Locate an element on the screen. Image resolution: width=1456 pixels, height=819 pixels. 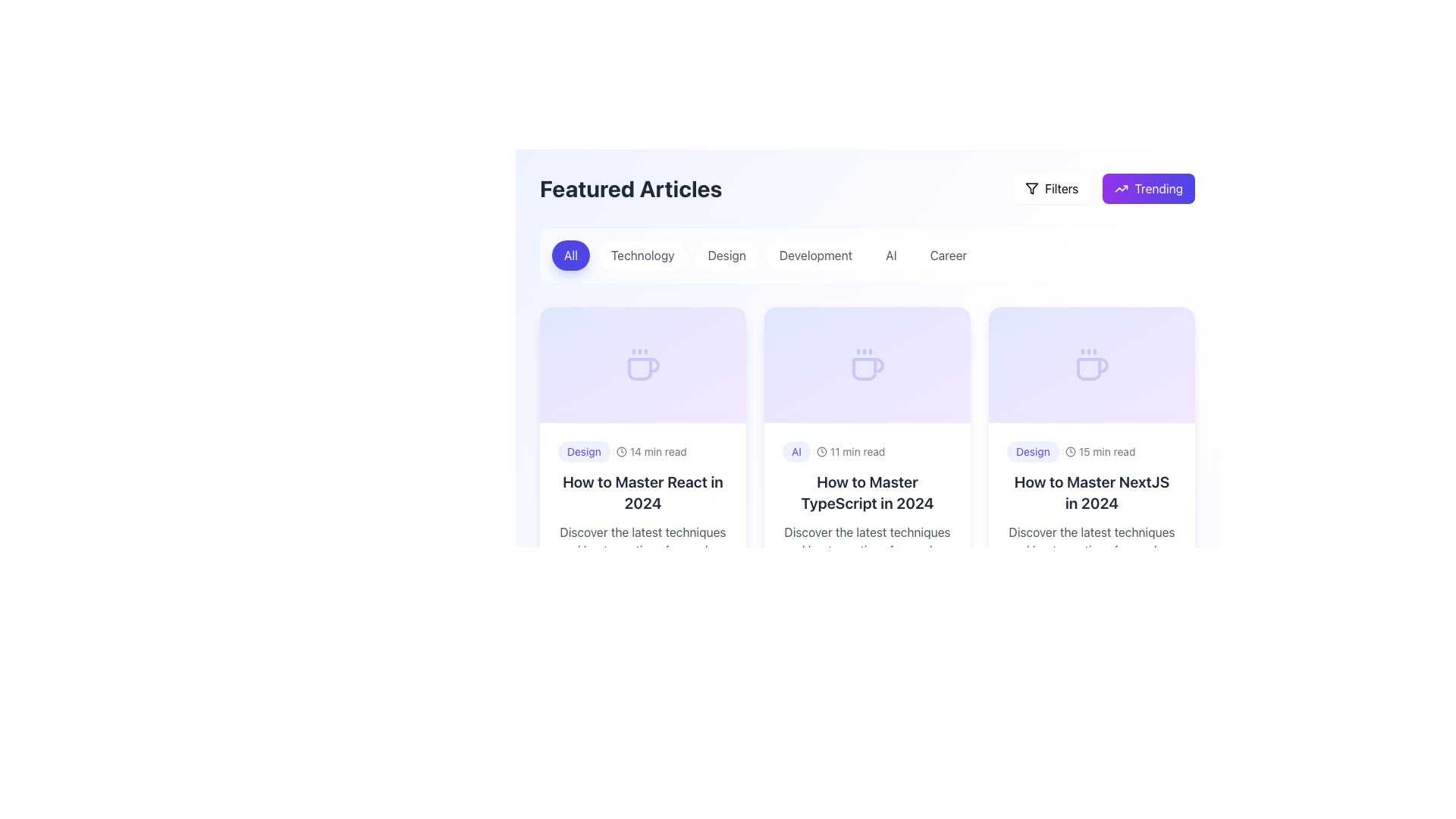
the text label that provides a brief summary of the article located in the bottom section of the third card in the horizontal list under the header 'How to Master NextJS in 2024' is located at coordinates (1092, 540).